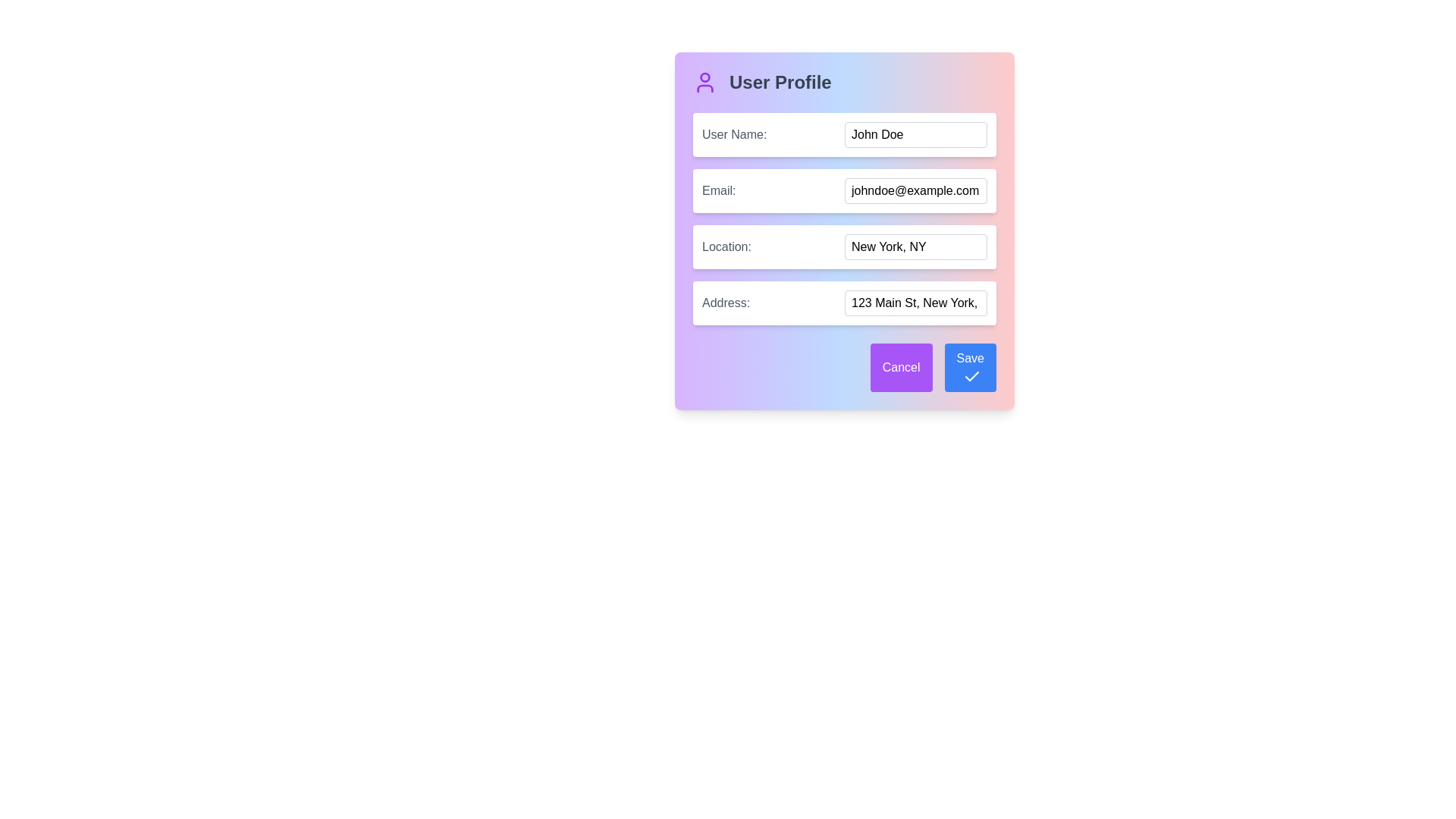  What do you see at coordinates (780, 82) in the screenshot?
I see `the 'User Profile' text label, which is styled as a bold heading in gray, located at the upper-left corner of a modal interface` at bounding box center [780, 82].